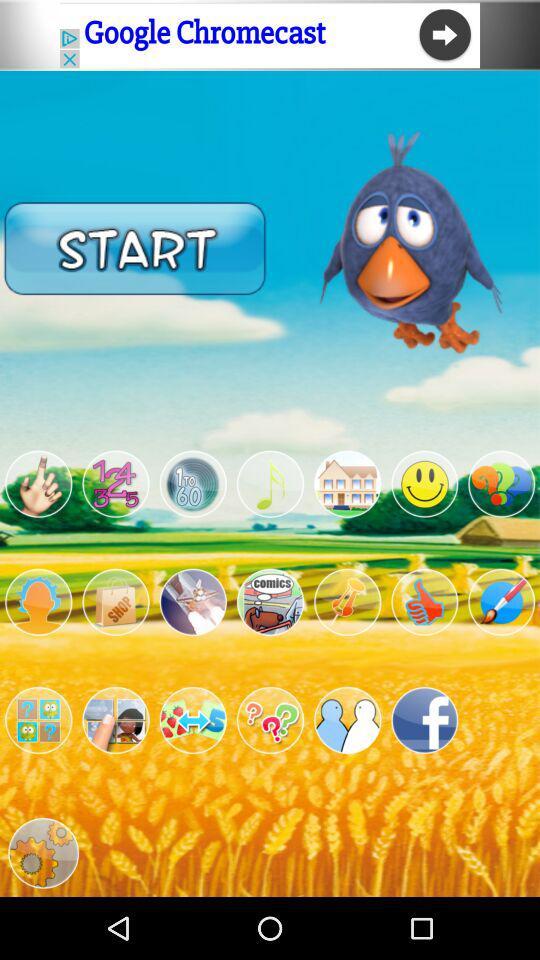  What do you see at coordinates (38, 483) in the screenshot?
I see `touch the bird symbol` at bounding box center [38, 483].